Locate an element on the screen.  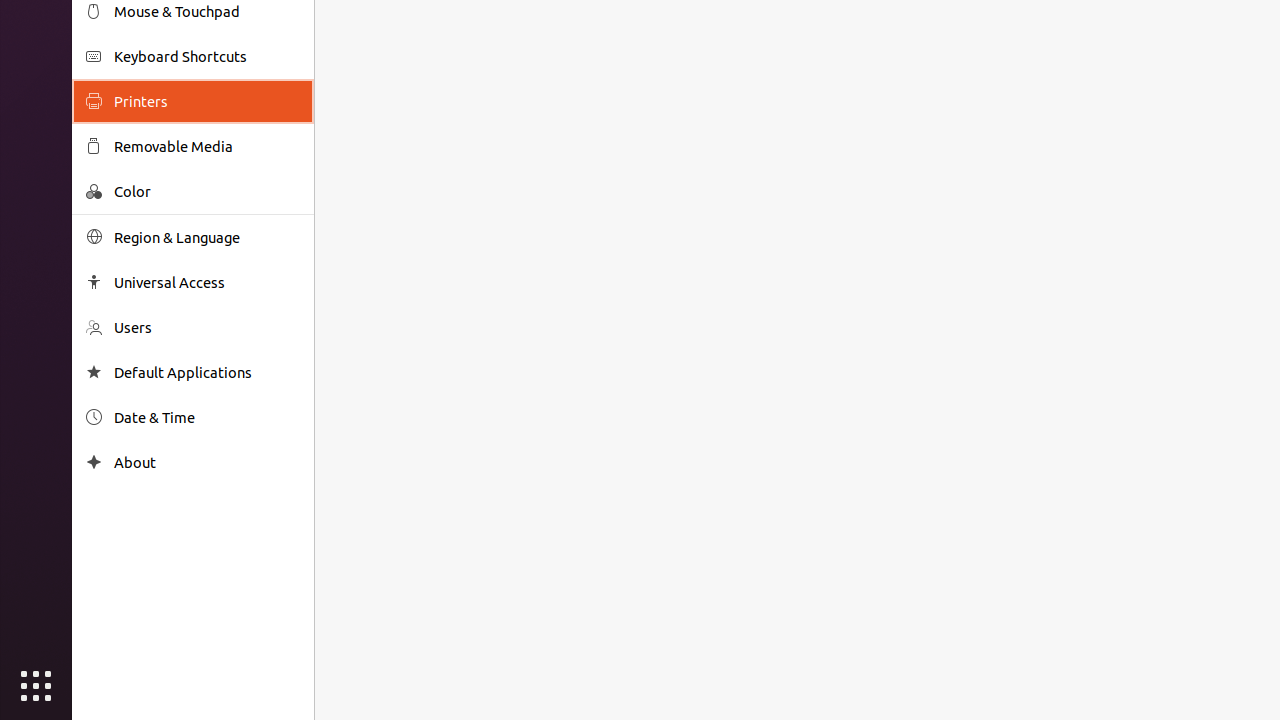
'Keyboard Shortcuts' is located at coordinates (206, 55).